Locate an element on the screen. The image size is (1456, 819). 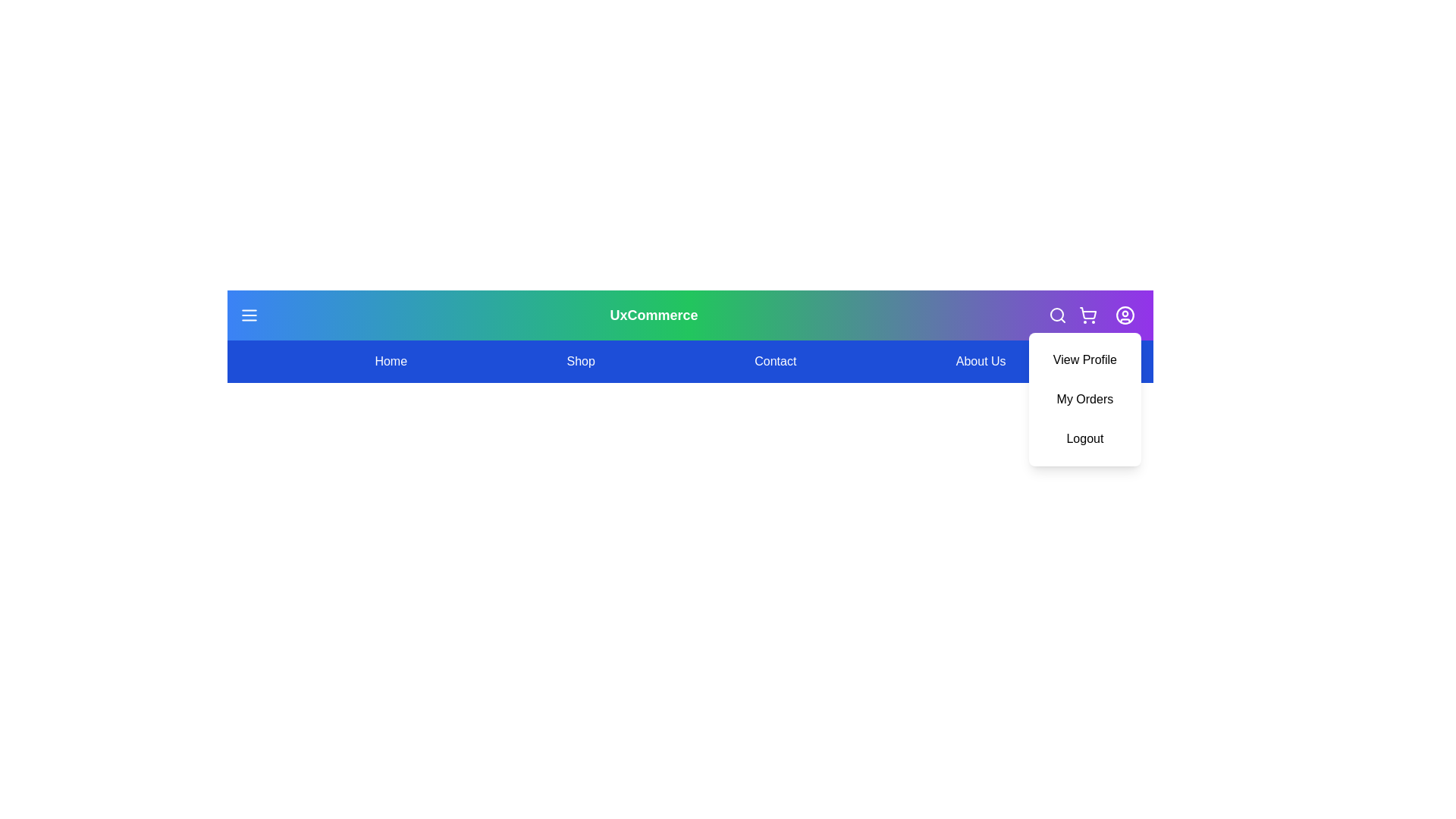
the profile option My Orders from the dropdown menu is located at coordinates (1084, 399).